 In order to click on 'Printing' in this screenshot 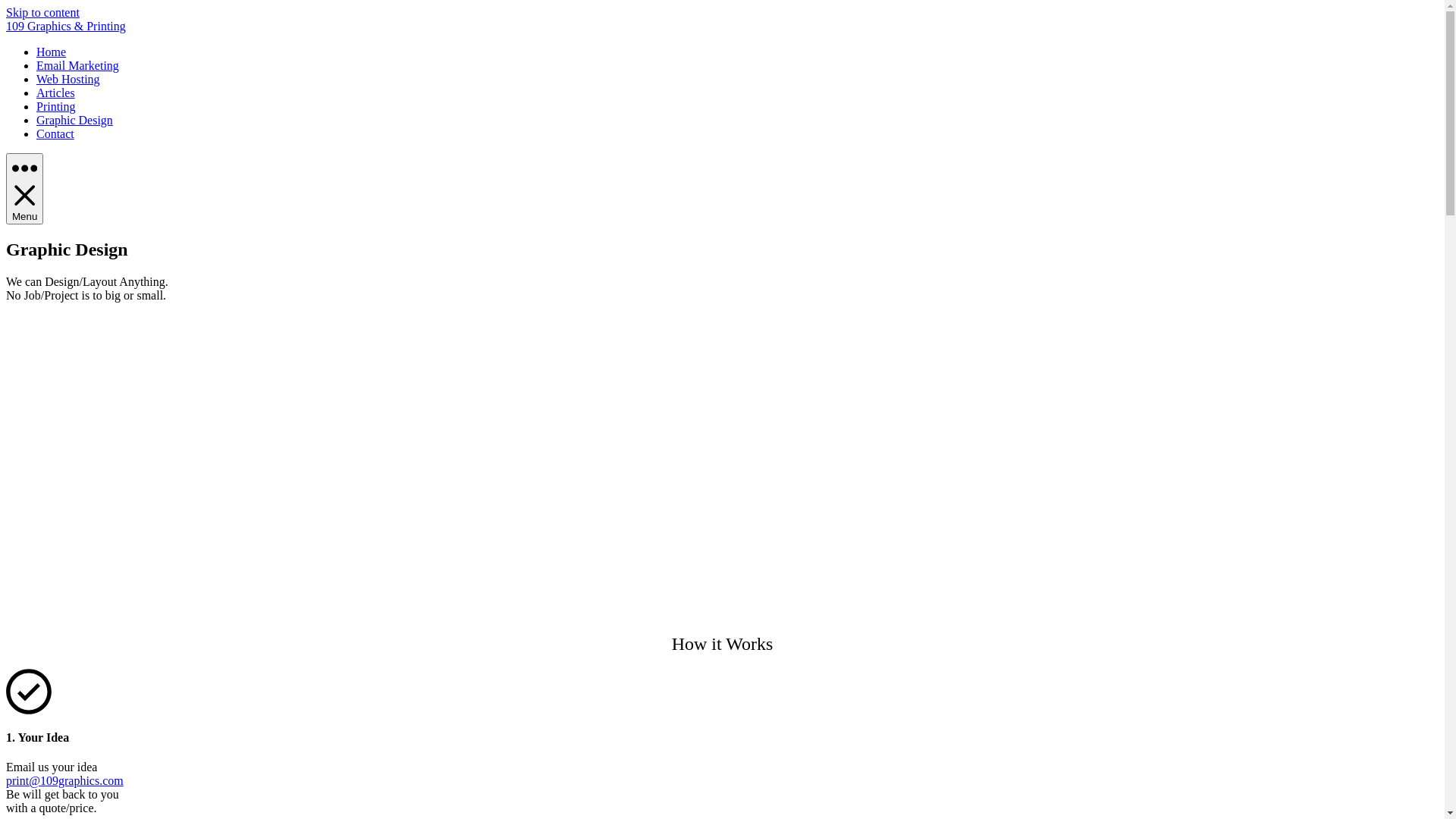, I will do `click(36, 105)`.